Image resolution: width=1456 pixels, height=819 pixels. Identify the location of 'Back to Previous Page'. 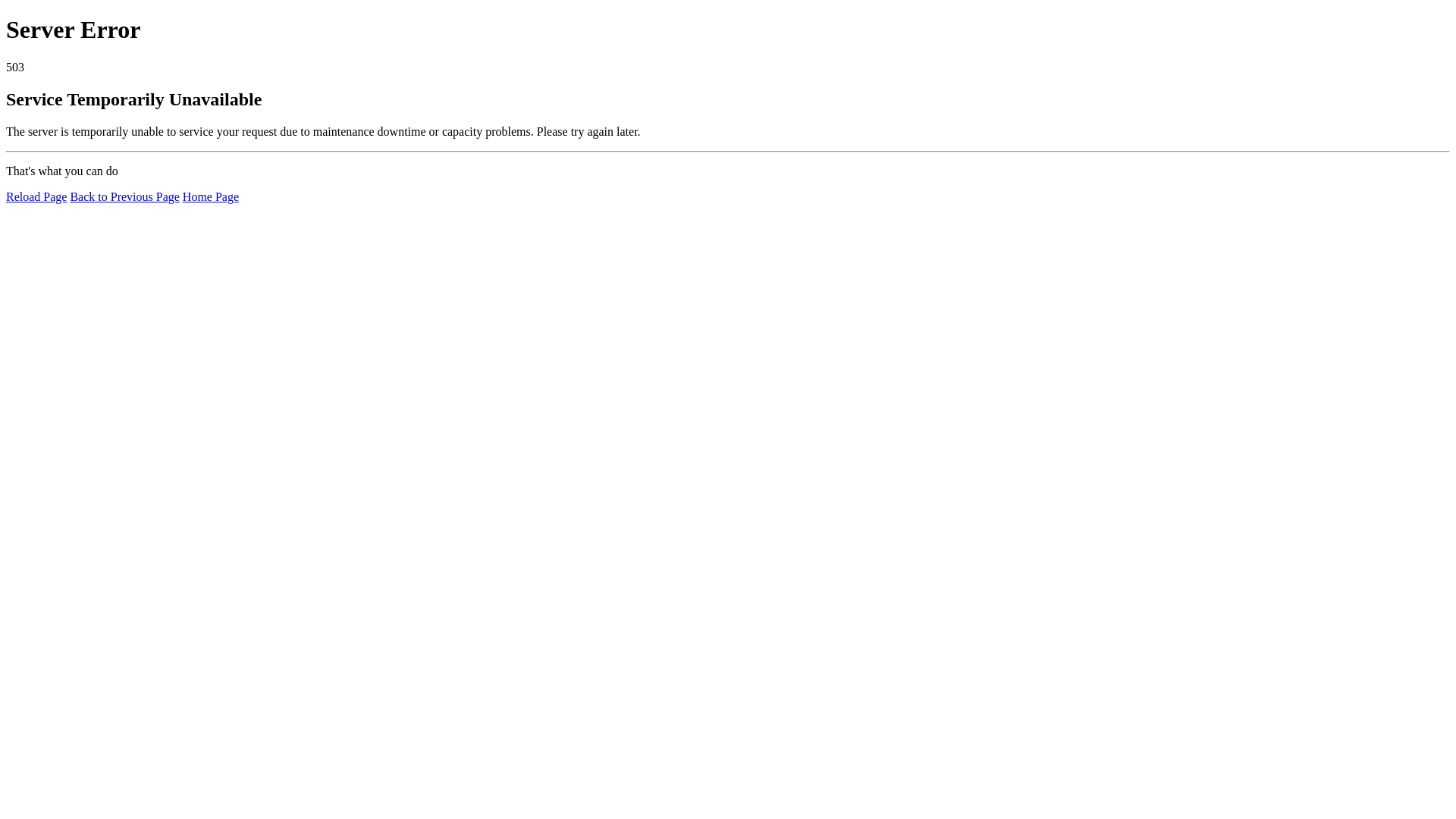
(124, 196).